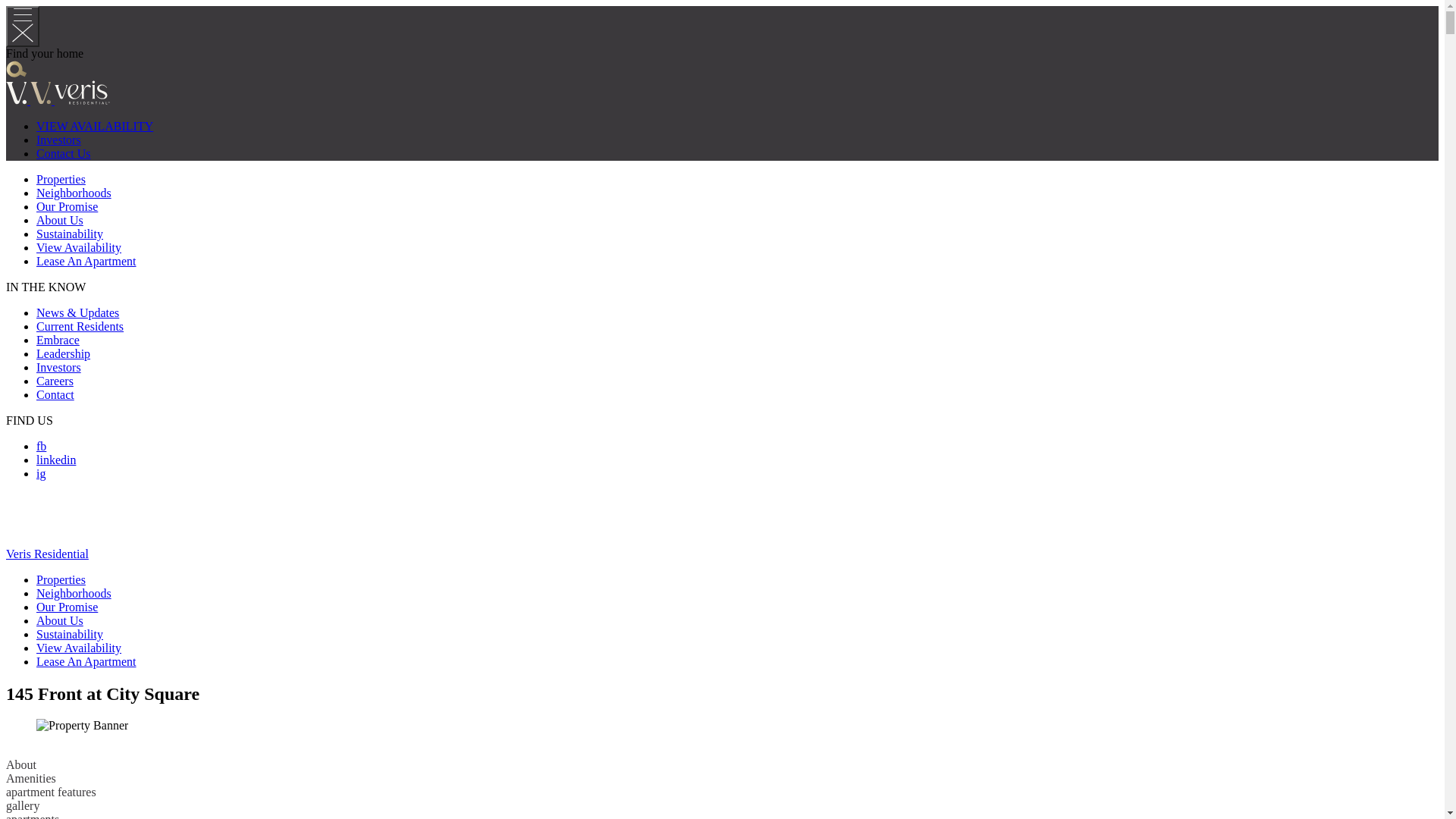 Image resolution: width=1456 pixels, height=819 pixels. Describe the element at coordinates (66, 206) in the screenshot. I see `'Our Promise'` at that location.